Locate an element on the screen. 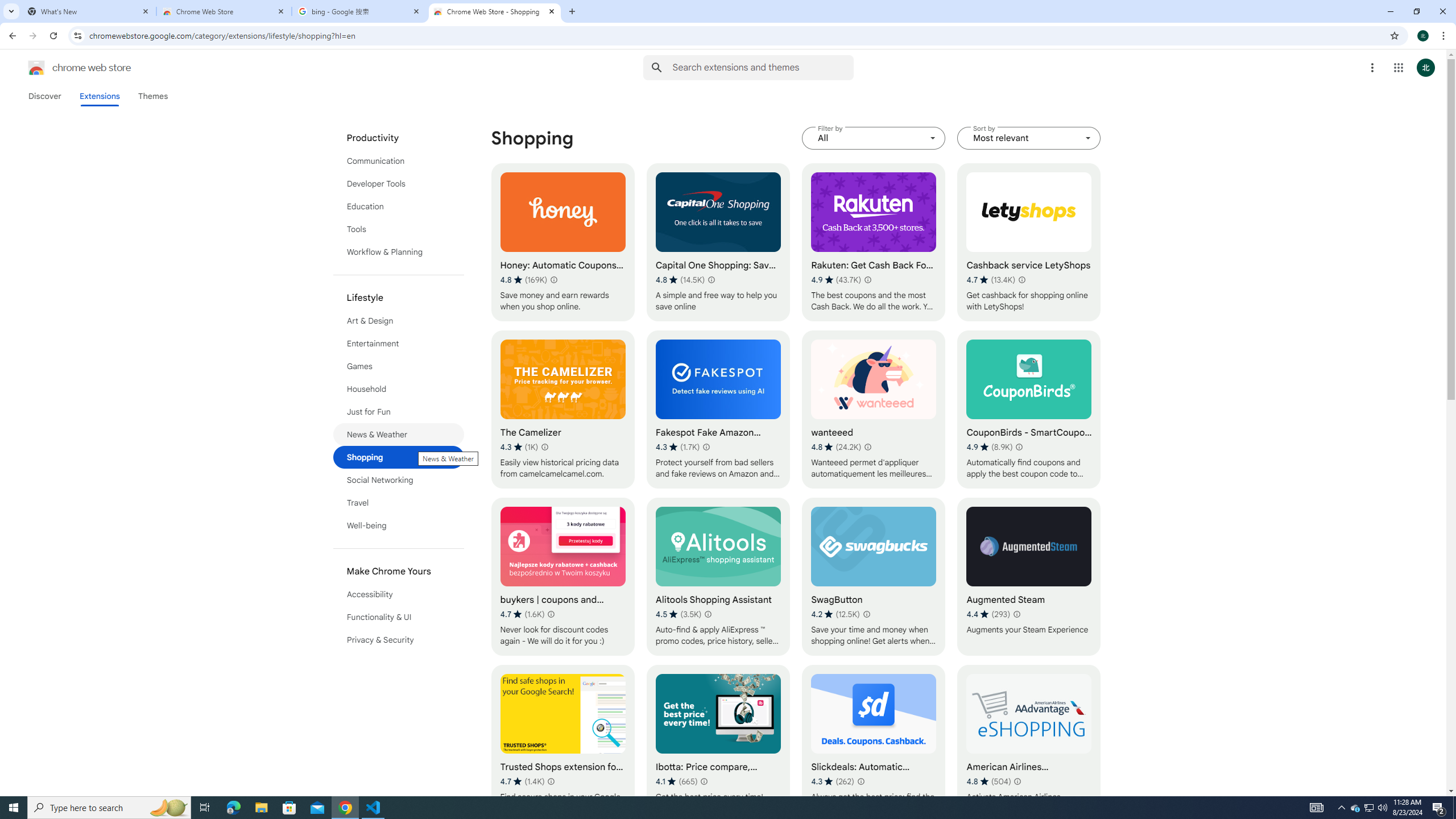  'CouponBirds - SmartCoupon Coupon Finder' is located at coordinates (1028, 409).